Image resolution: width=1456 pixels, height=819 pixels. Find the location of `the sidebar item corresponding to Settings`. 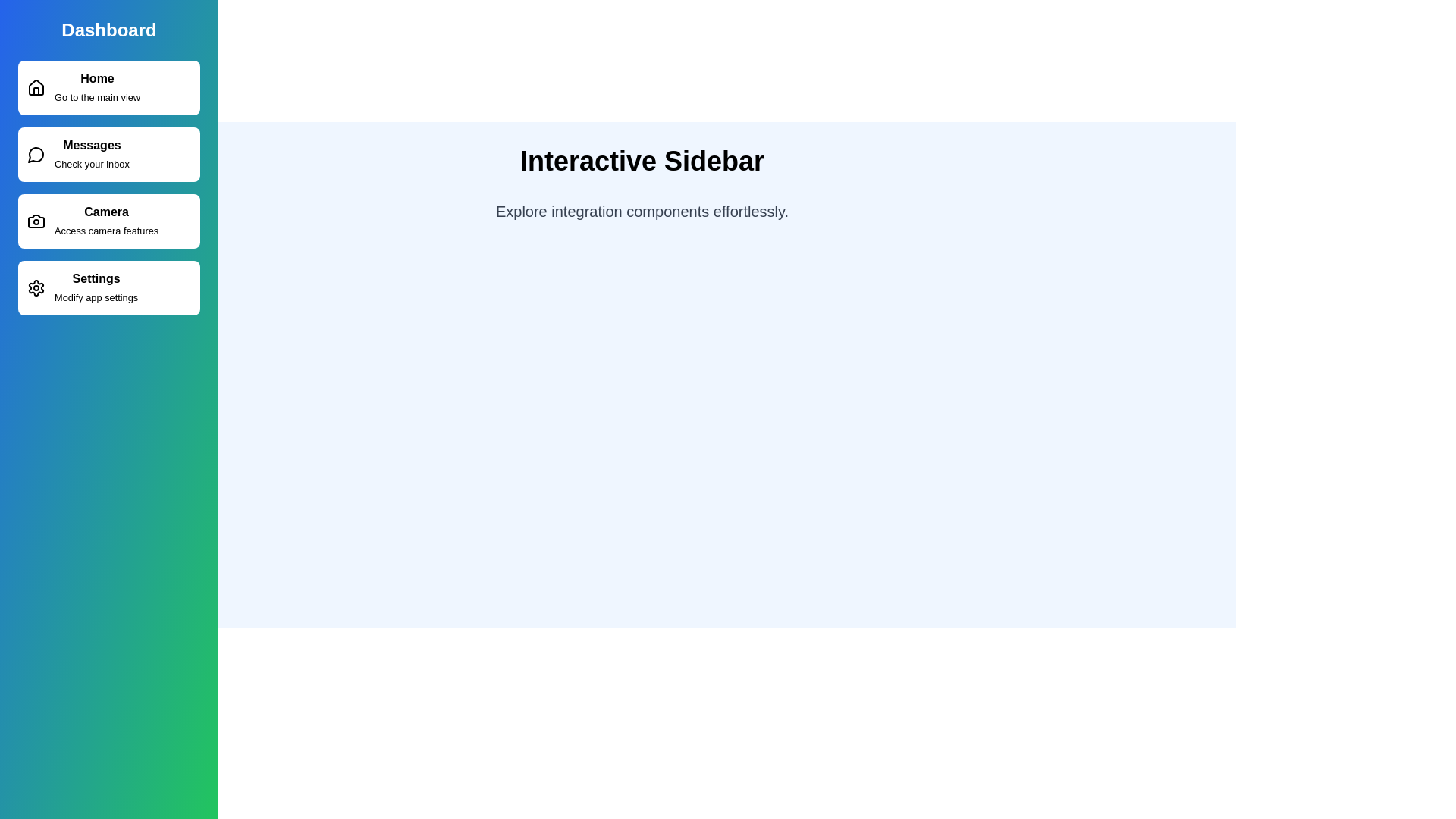

the sidebar item corresponding to Settings is located at coordinates (108, 288).